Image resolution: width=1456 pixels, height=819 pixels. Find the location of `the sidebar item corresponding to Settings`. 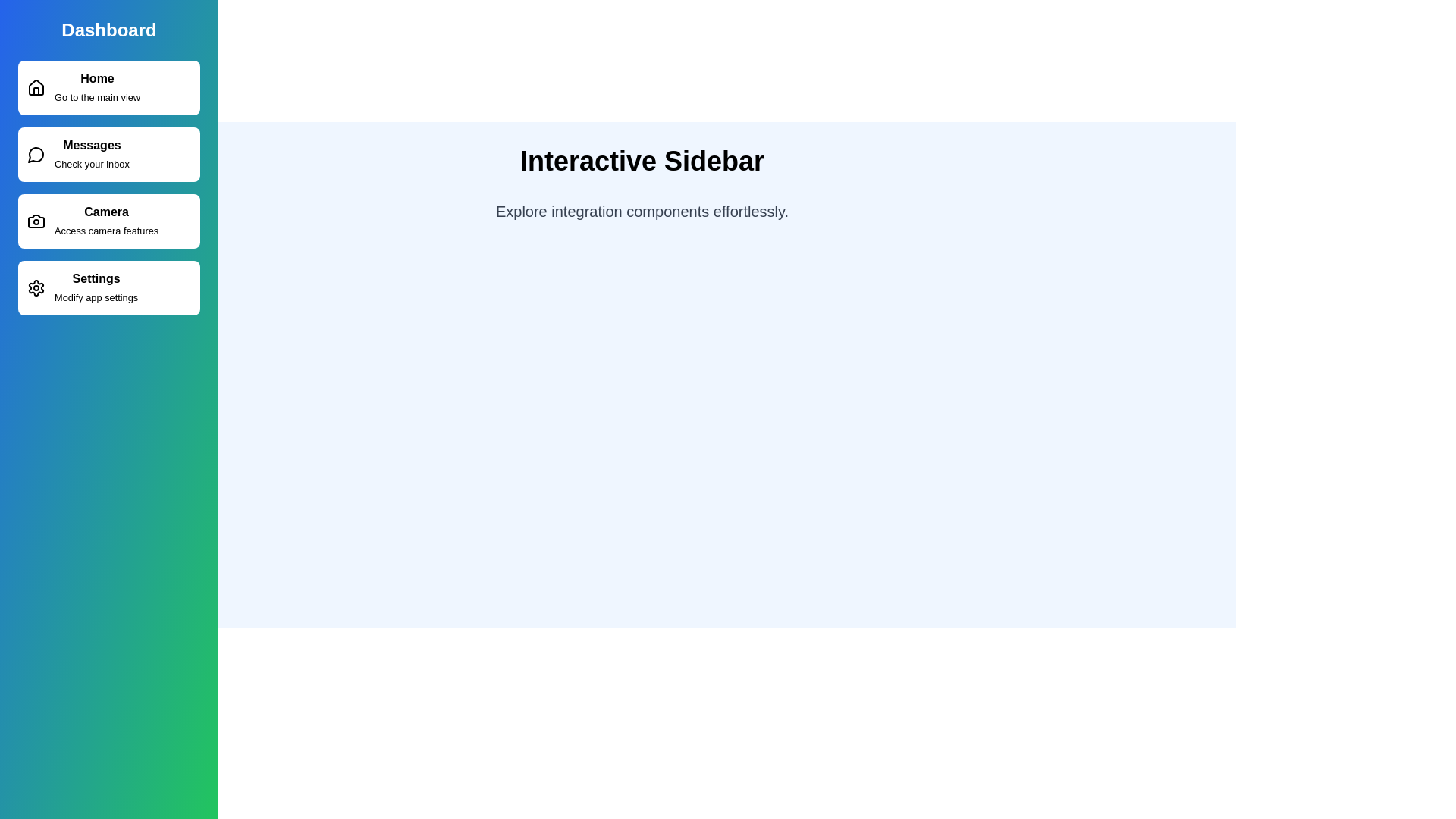

the sidebar item corresponding to Settings is located at coordinates (108, 288).